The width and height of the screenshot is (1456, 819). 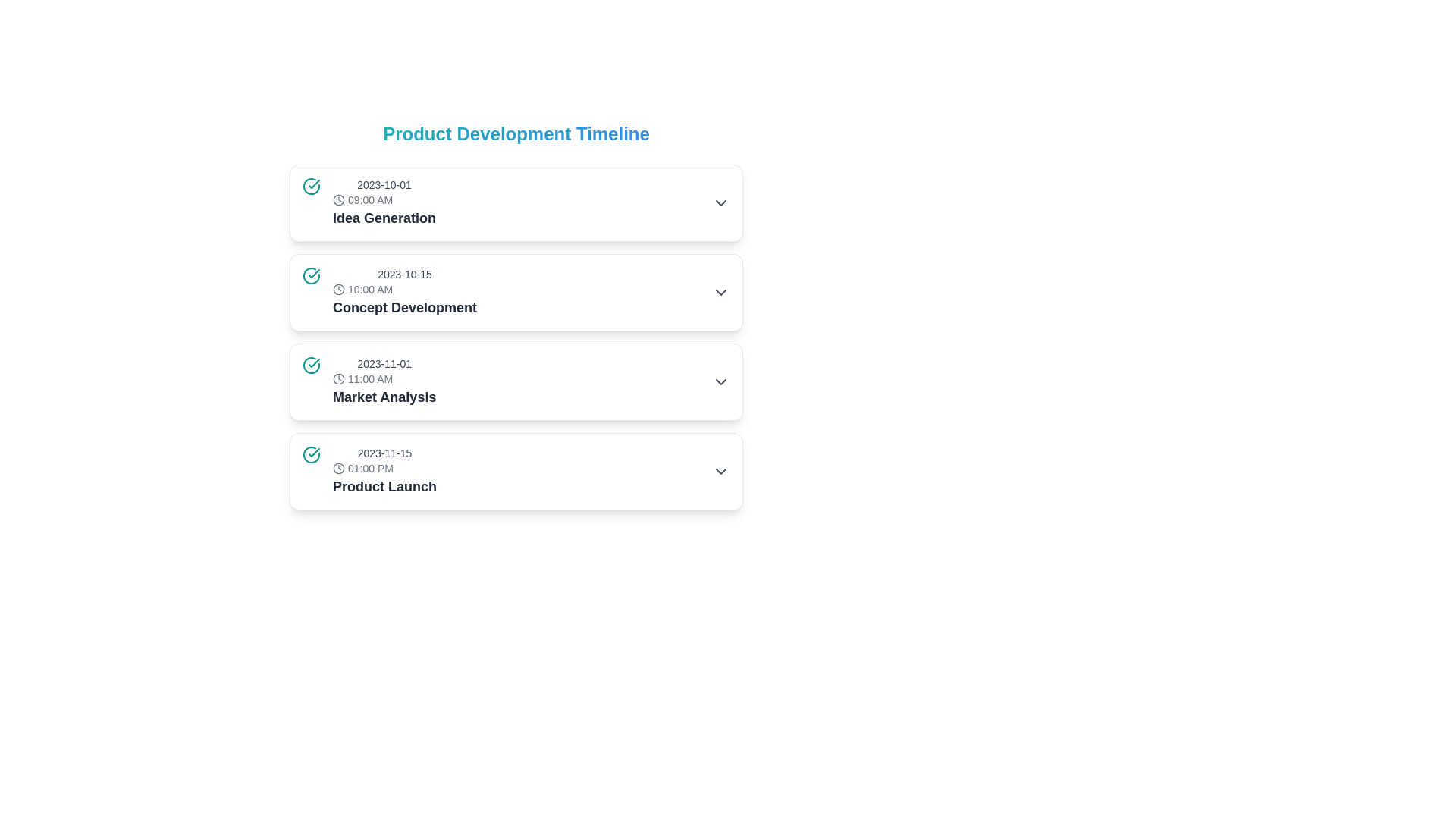 I want to click on the SVG circle component of the clock icon associated with the time display '11:00 AM' in the 'Market Analysis' section, so click(x=337, y=378).